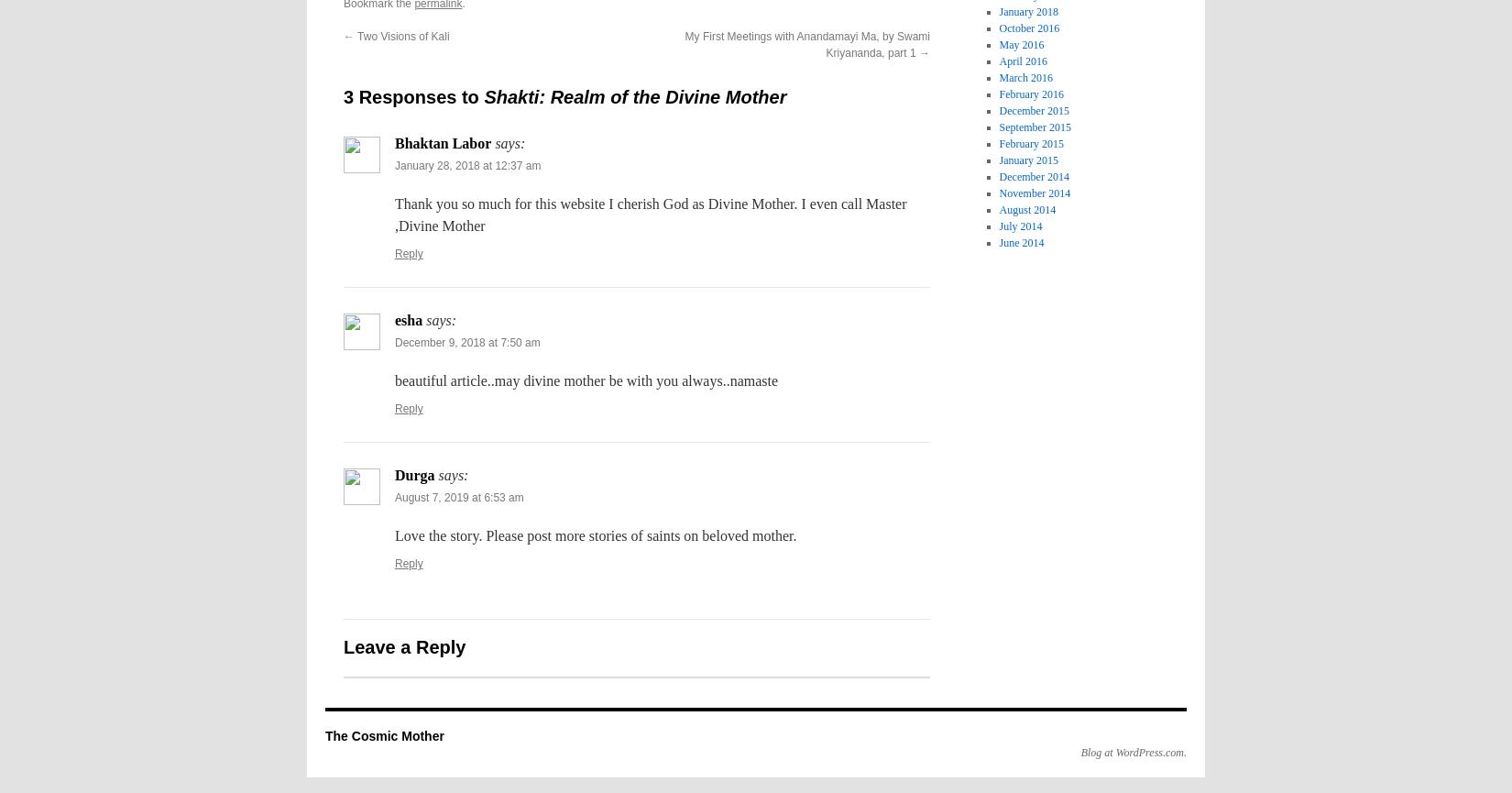  What do you see at coordinates (998, 28) in the screenshot?
I see `'October 2016'` at bounding box center [998, 28].